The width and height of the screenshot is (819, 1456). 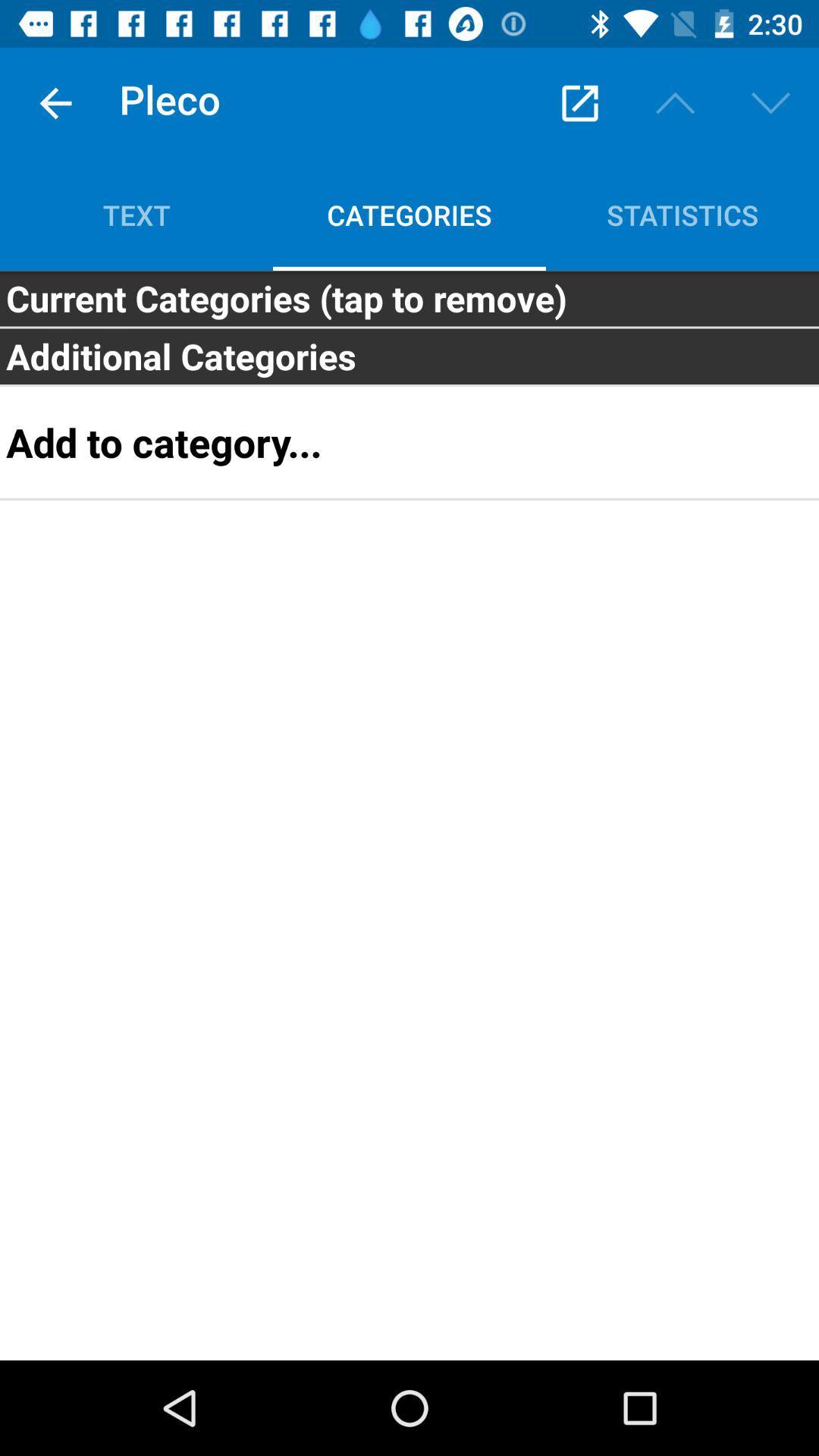 What do you see at coordinates (55, 102) in the screenshot?
I see `item to the left of the pleco item` at bounding box center [55, 102].